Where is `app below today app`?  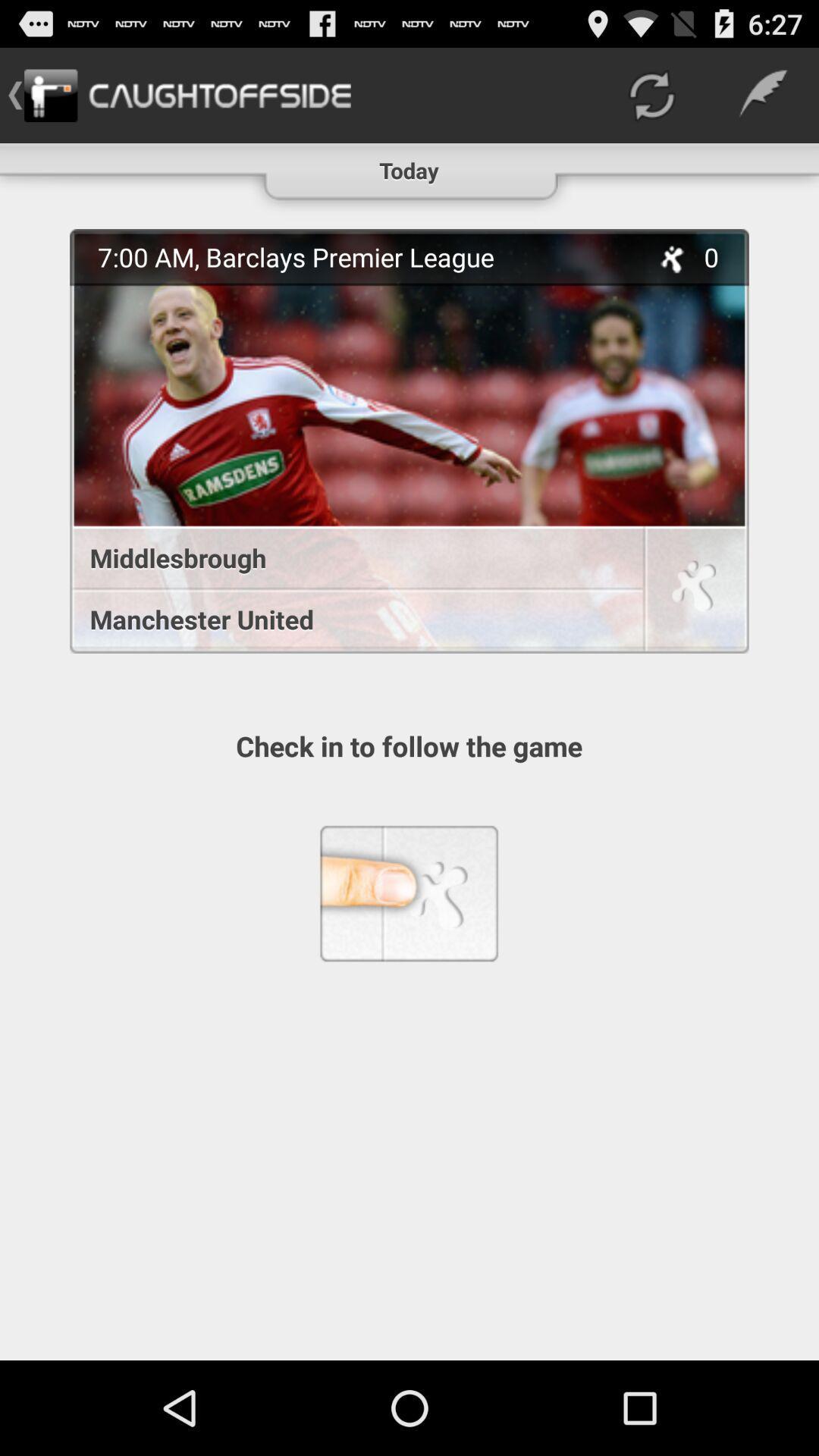
app below today app is located at coordinates (365, 257).